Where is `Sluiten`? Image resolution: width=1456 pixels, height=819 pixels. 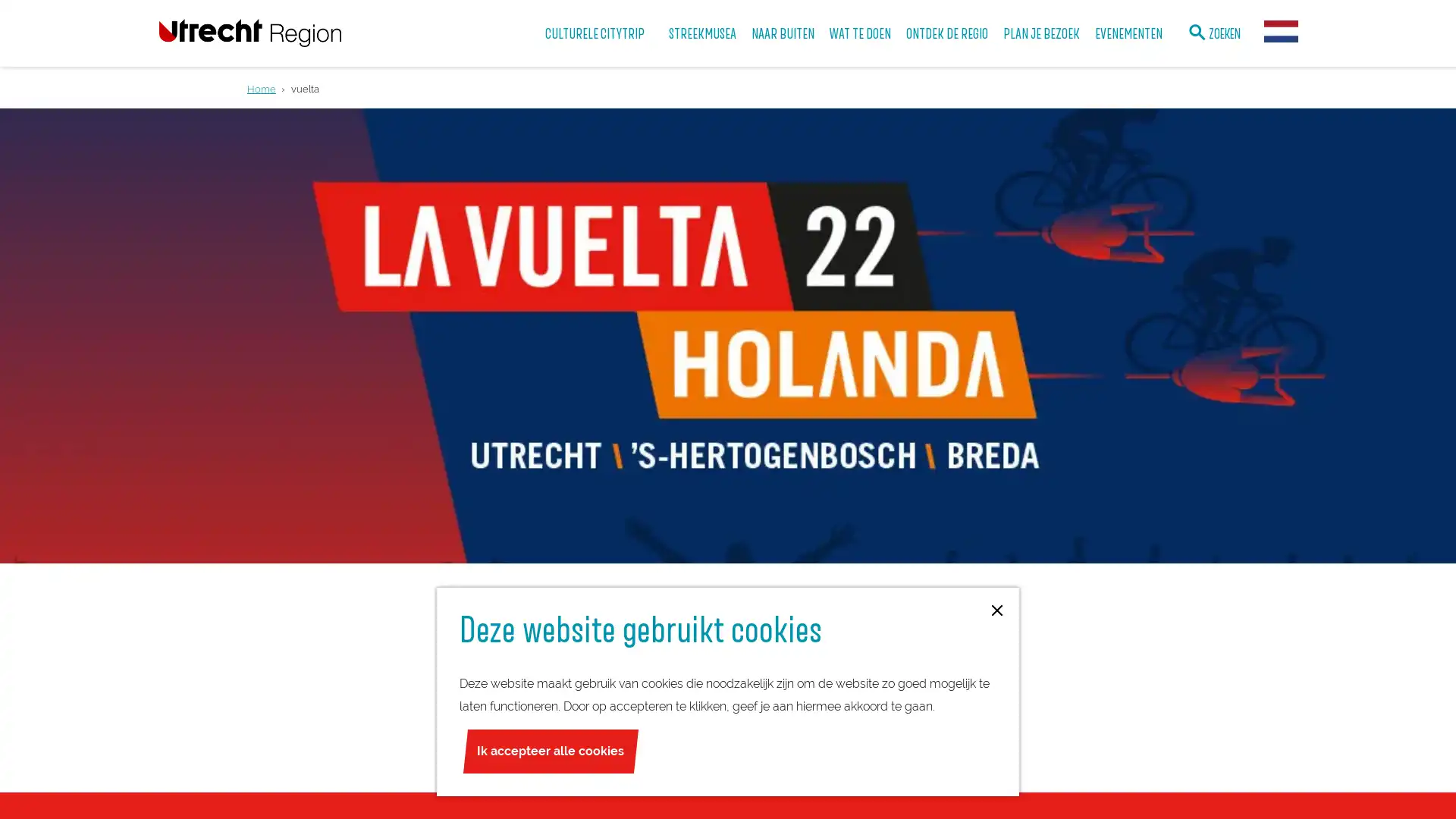 Sluiten is located at coordinates (997, 610).